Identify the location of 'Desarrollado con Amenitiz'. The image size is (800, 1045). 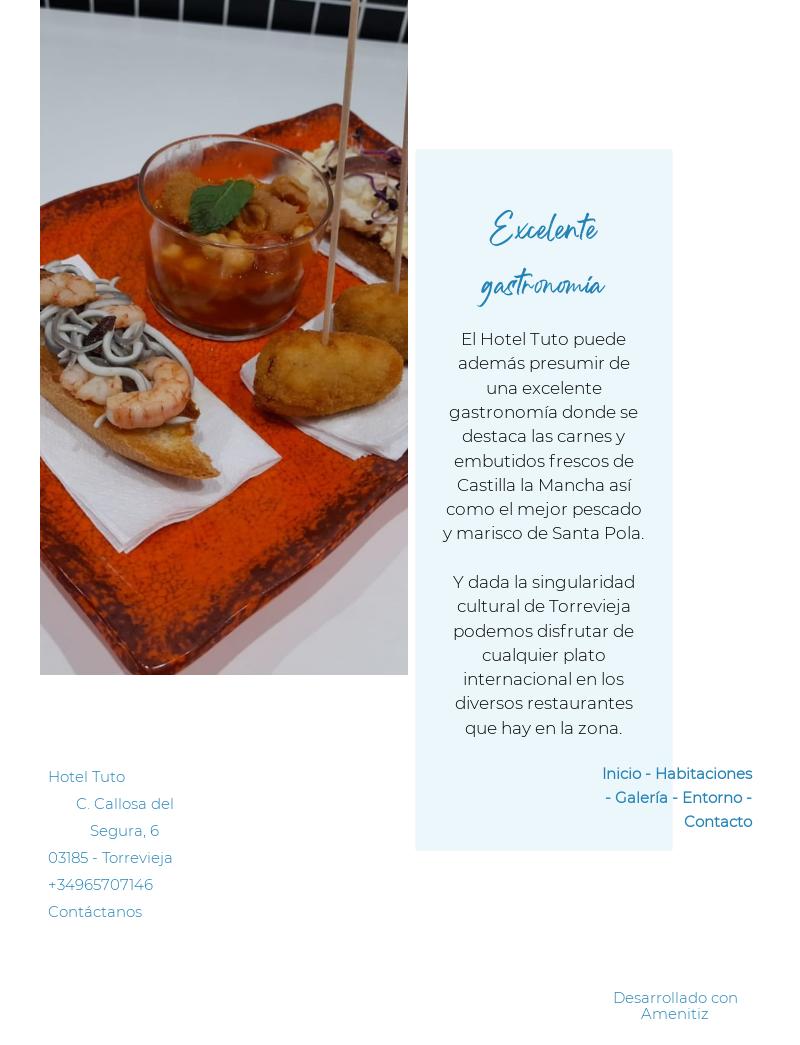
(674, 1004).